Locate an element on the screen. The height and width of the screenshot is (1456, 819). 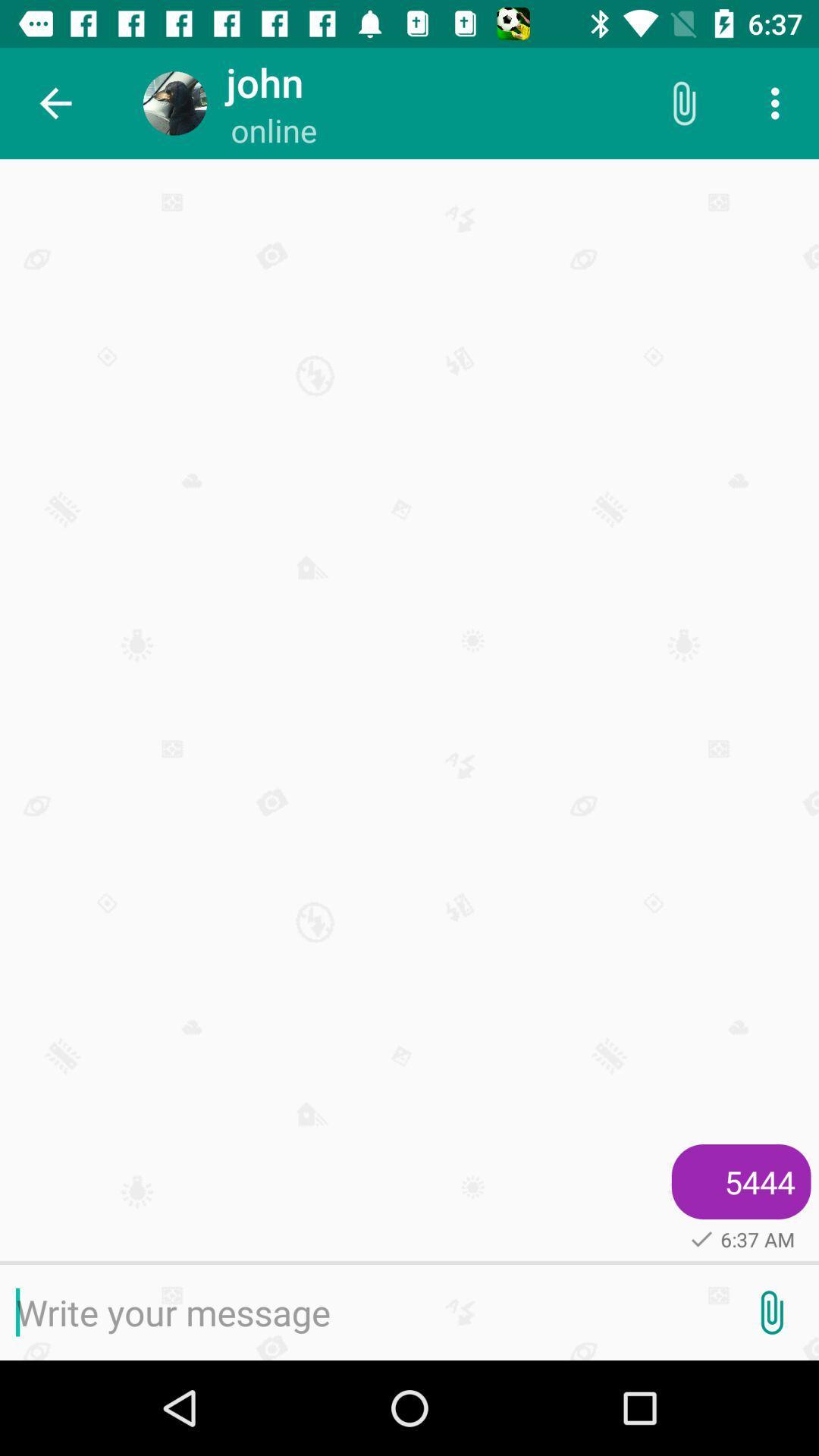
the attach_file icon is located at coordinates (771, 1312).